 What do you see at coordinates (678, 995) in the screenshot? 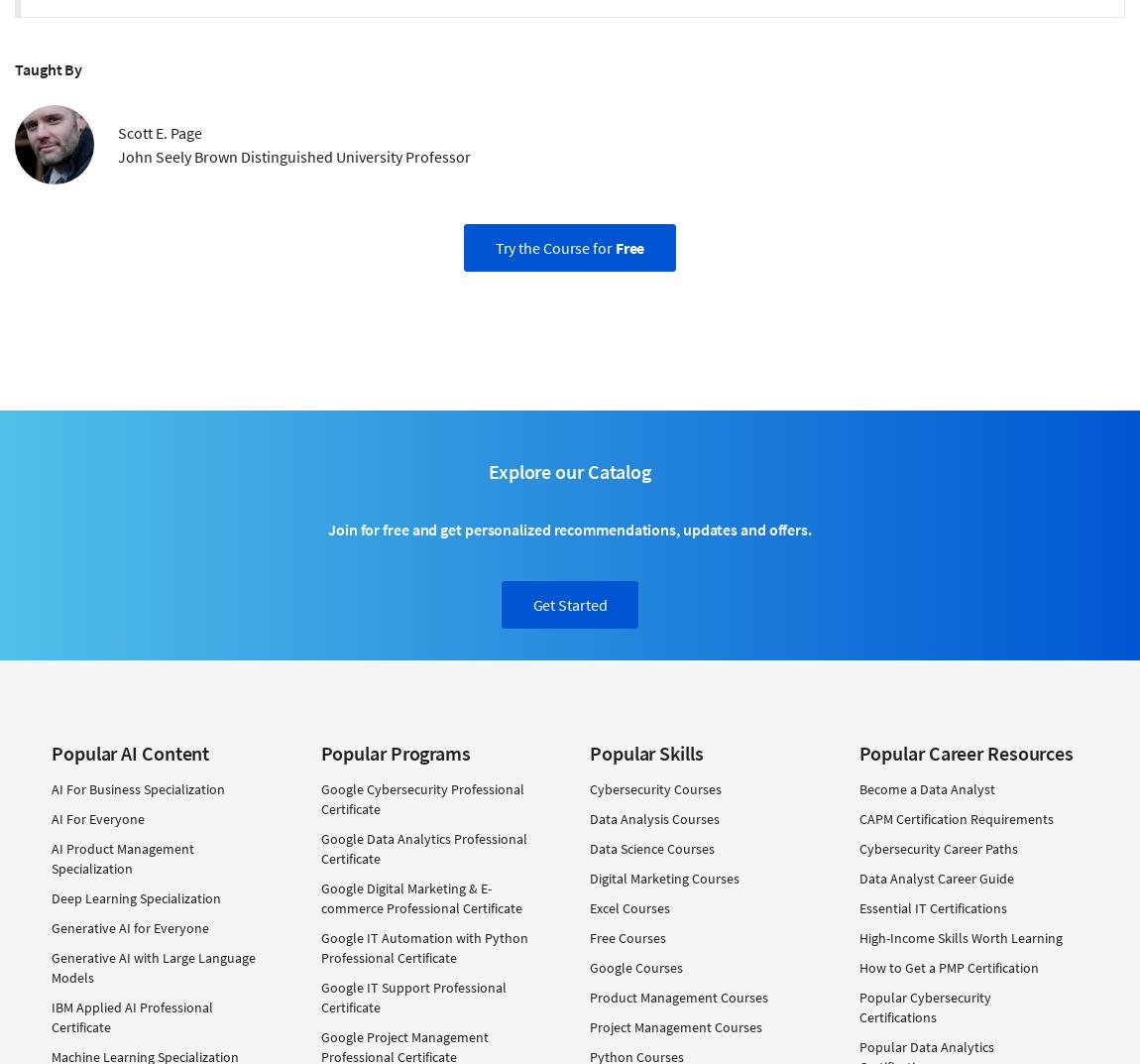
I see `'Product Management Courses'` at bounding box center [678, 995].